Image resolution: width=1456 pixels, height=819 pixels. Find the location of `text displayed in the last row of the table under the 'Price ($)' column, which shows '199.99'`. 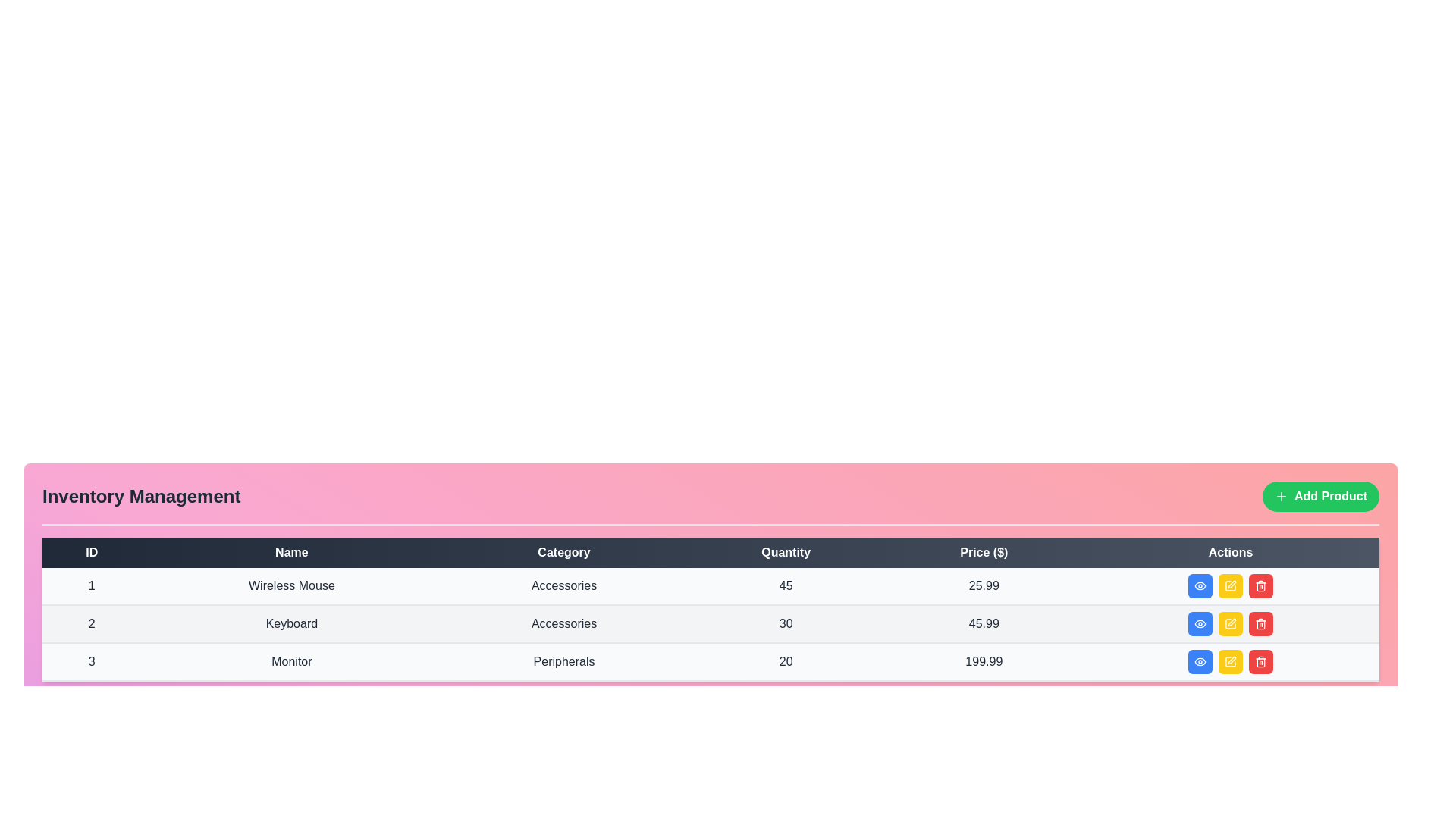

text displayed in the last row of the table under the 'Price ($)' column, which shows '199.99' is located at coordinates (984, 661).